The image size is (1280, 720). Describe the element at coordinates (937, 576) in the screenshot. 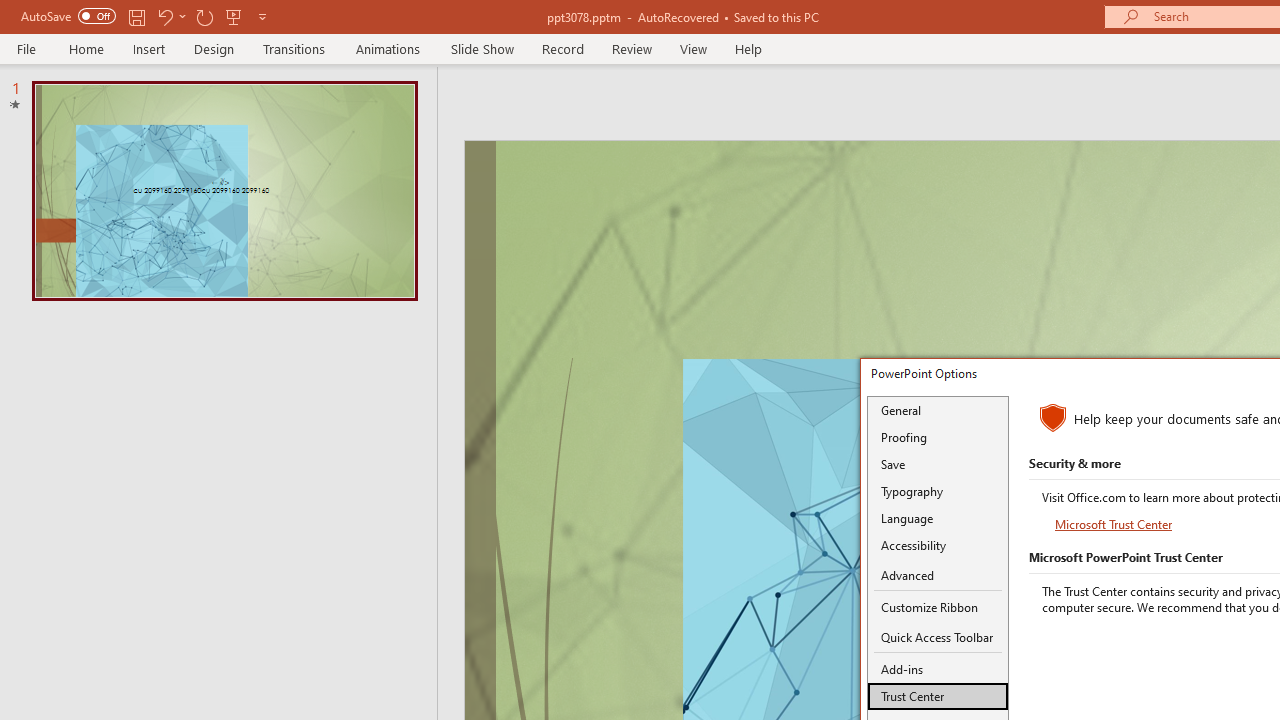

I see `'Advanced'` at that location.